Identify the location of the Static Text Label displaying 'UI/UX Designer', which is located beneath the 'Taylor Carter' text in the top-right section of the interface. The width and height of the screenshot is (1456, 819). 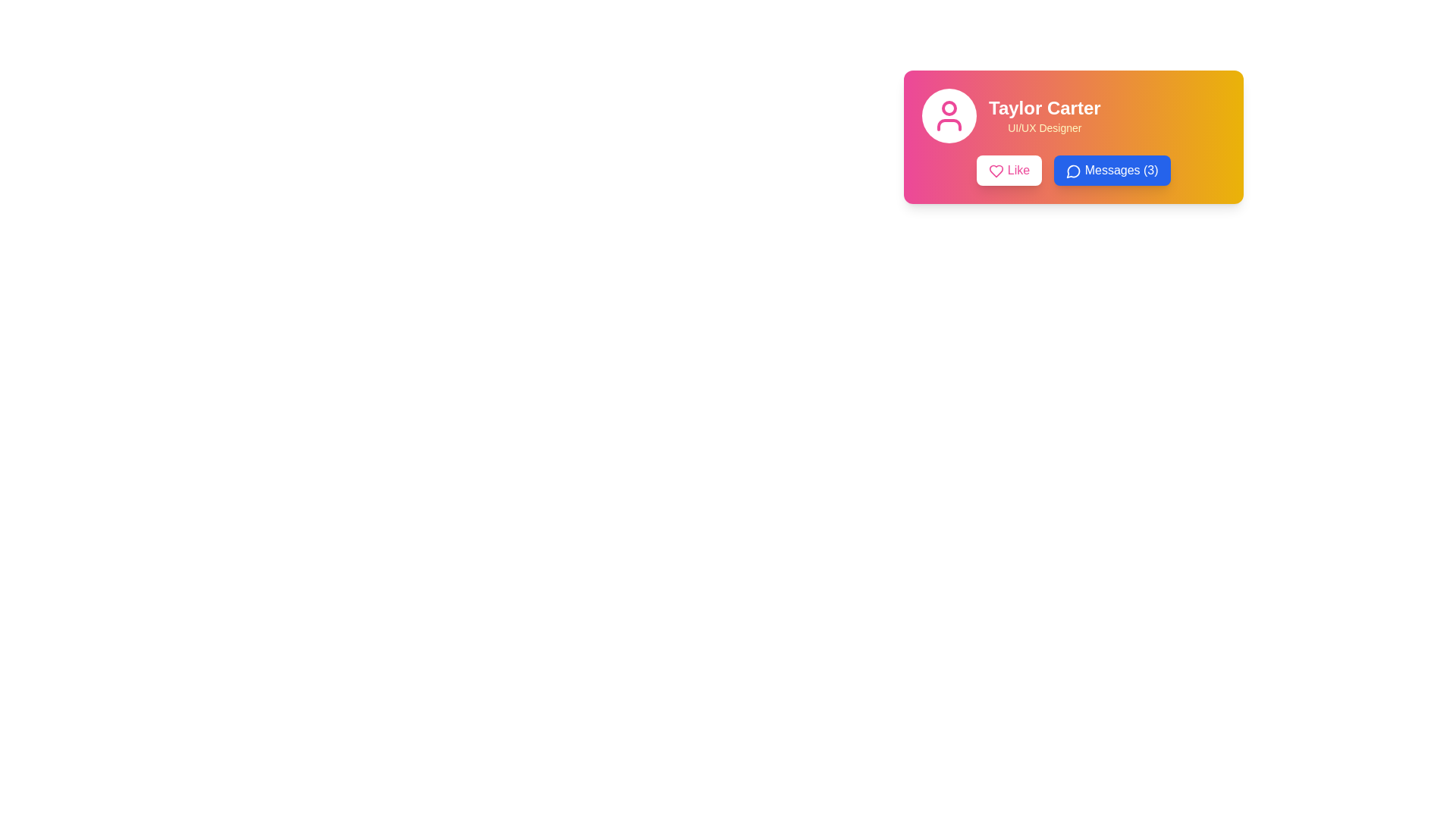
(1043, 127).